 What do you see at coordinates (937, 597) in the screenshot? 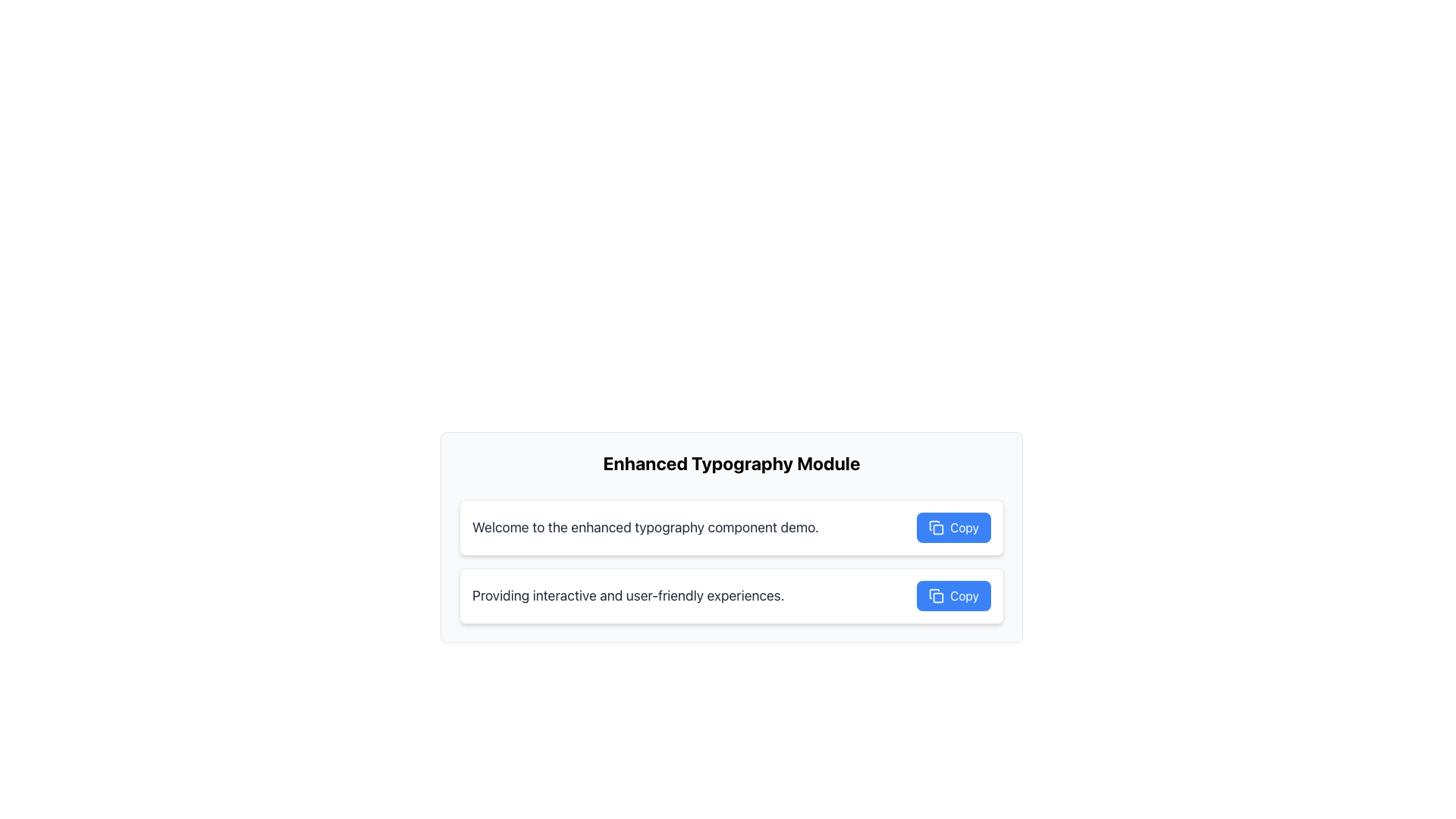
I see `the inner rectangular component of the 'Copy' button's icon, which is positioned next to the second text line in the interface` at bounding box center [937, 597].